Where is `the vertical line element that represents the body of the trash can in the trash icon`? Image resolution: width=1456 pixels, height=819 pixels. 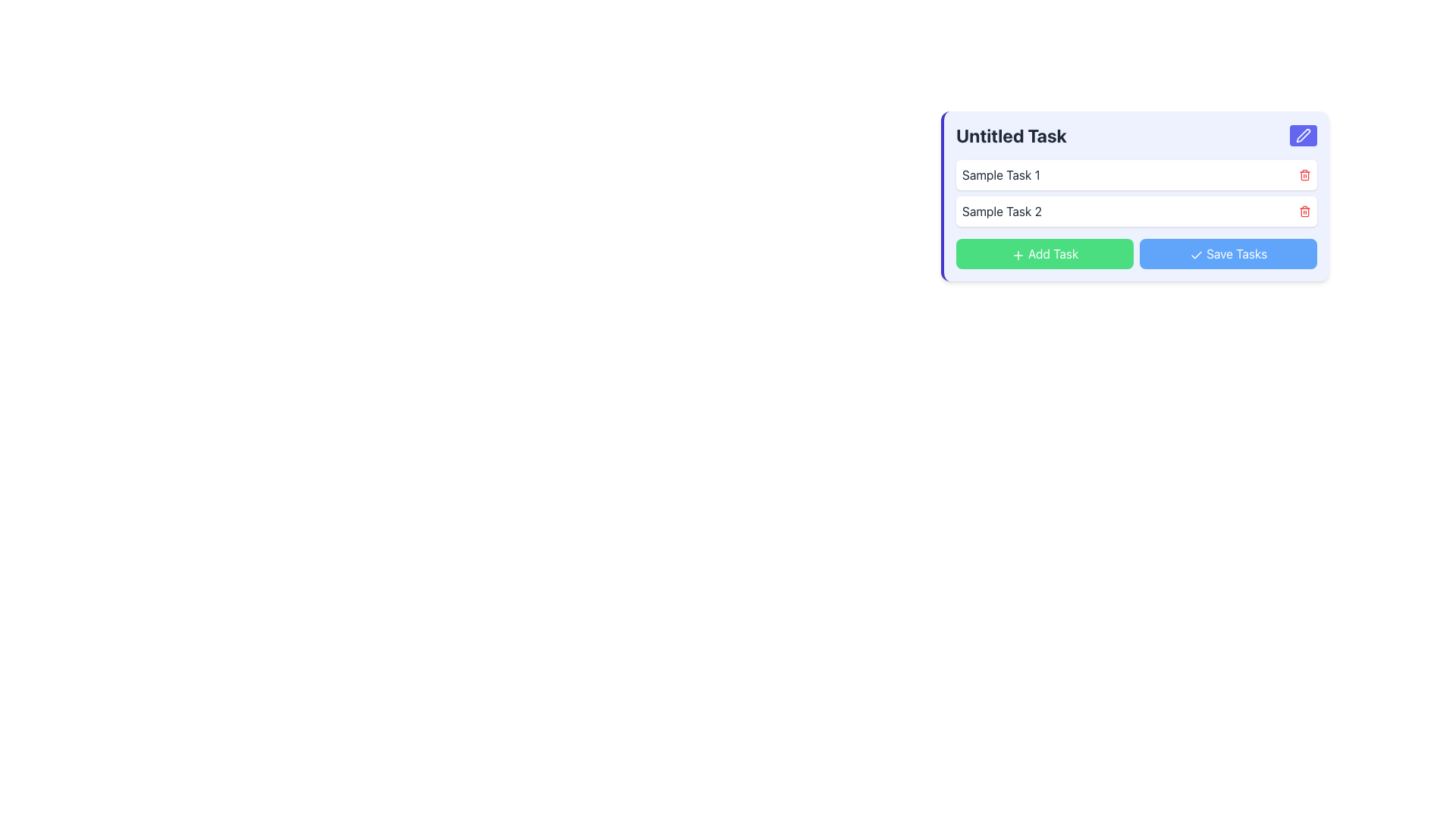
the vertical line element that represents the body of the trash can in the trash icon is located at coordinates (1304, 212).